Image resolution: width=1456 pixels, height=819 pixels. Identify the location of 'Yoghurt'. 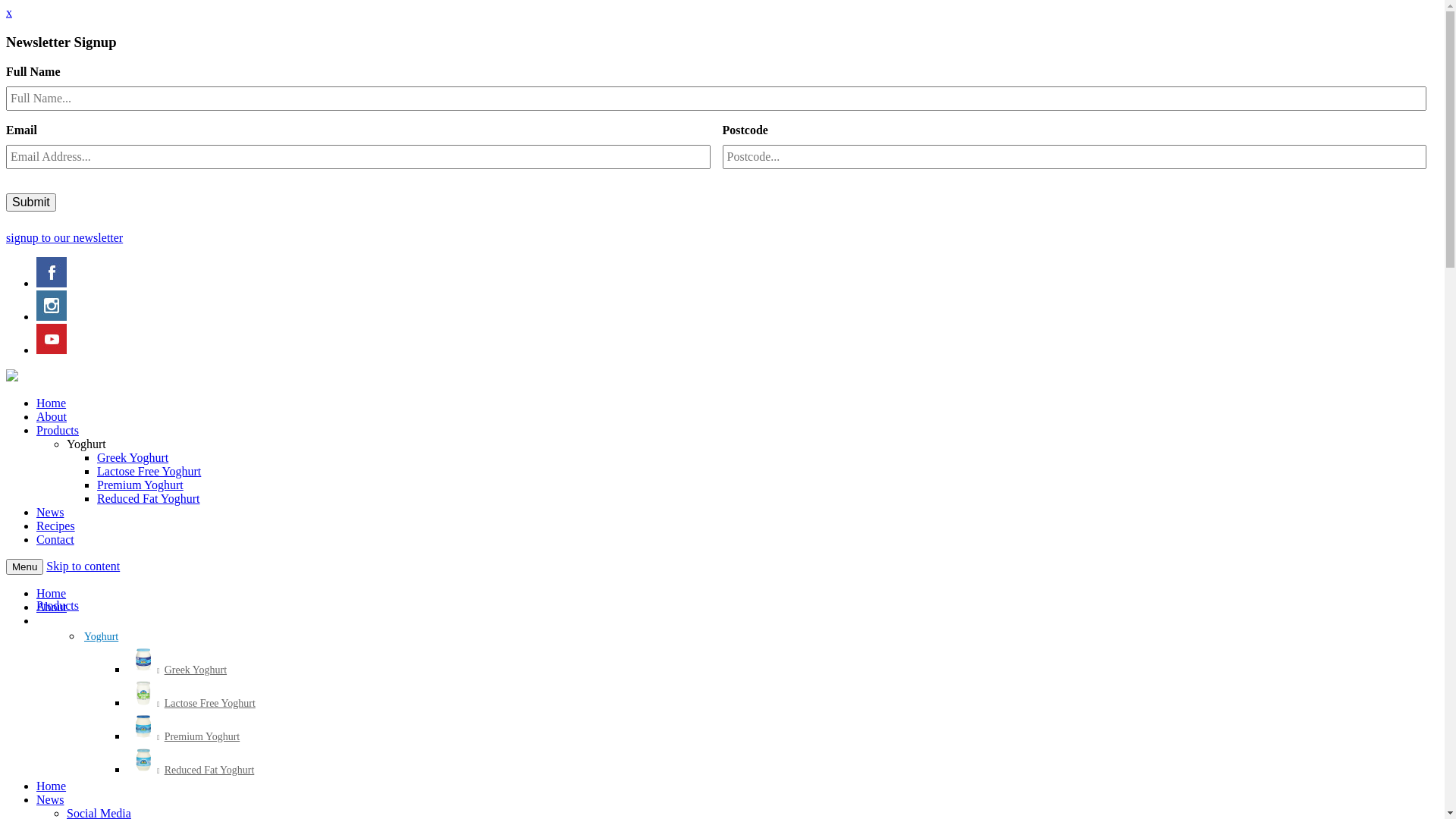
(100, 637).